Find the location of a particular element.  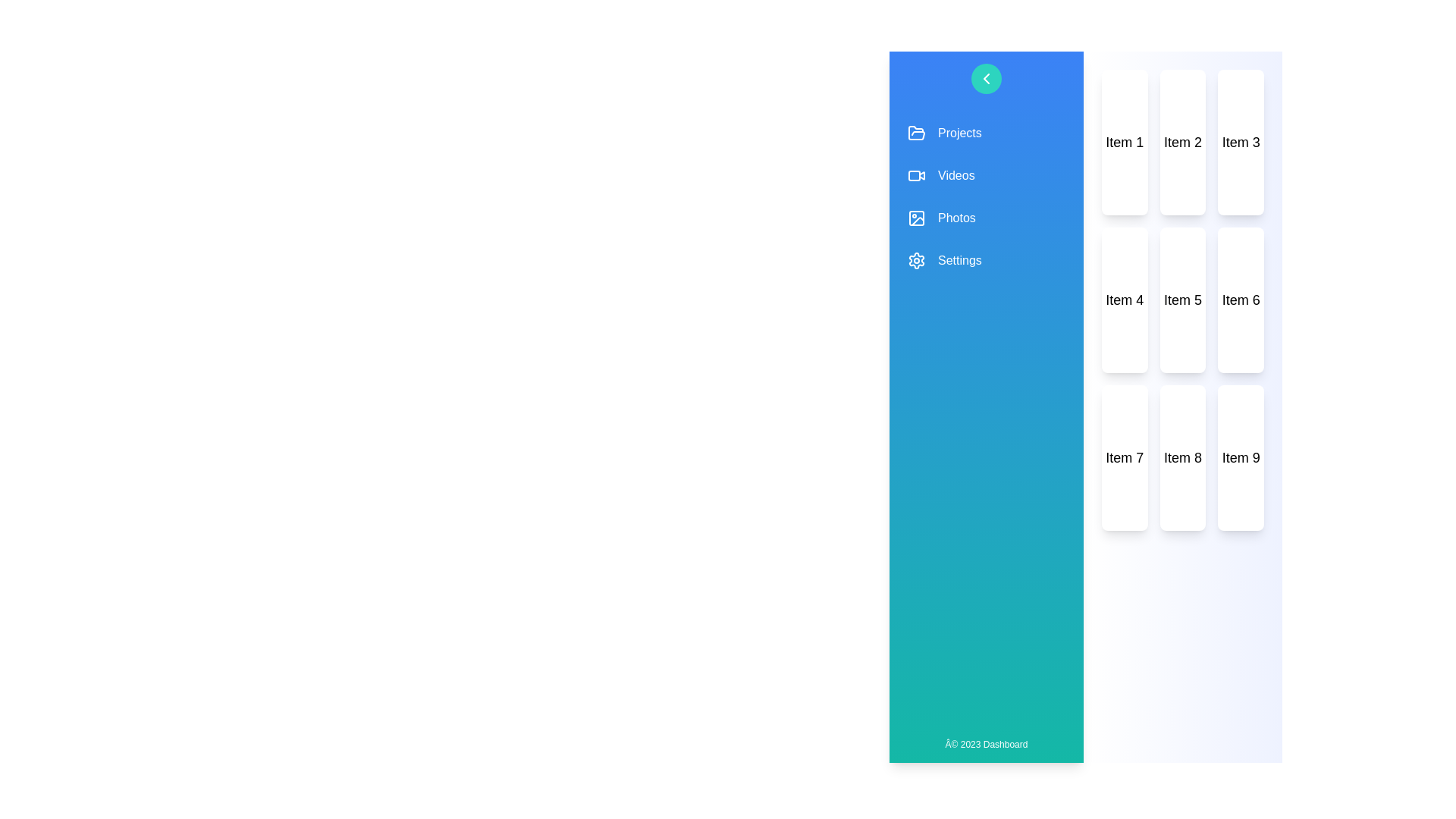

the sidebar menu item labeled Videos is located at coordinates (986, 174).